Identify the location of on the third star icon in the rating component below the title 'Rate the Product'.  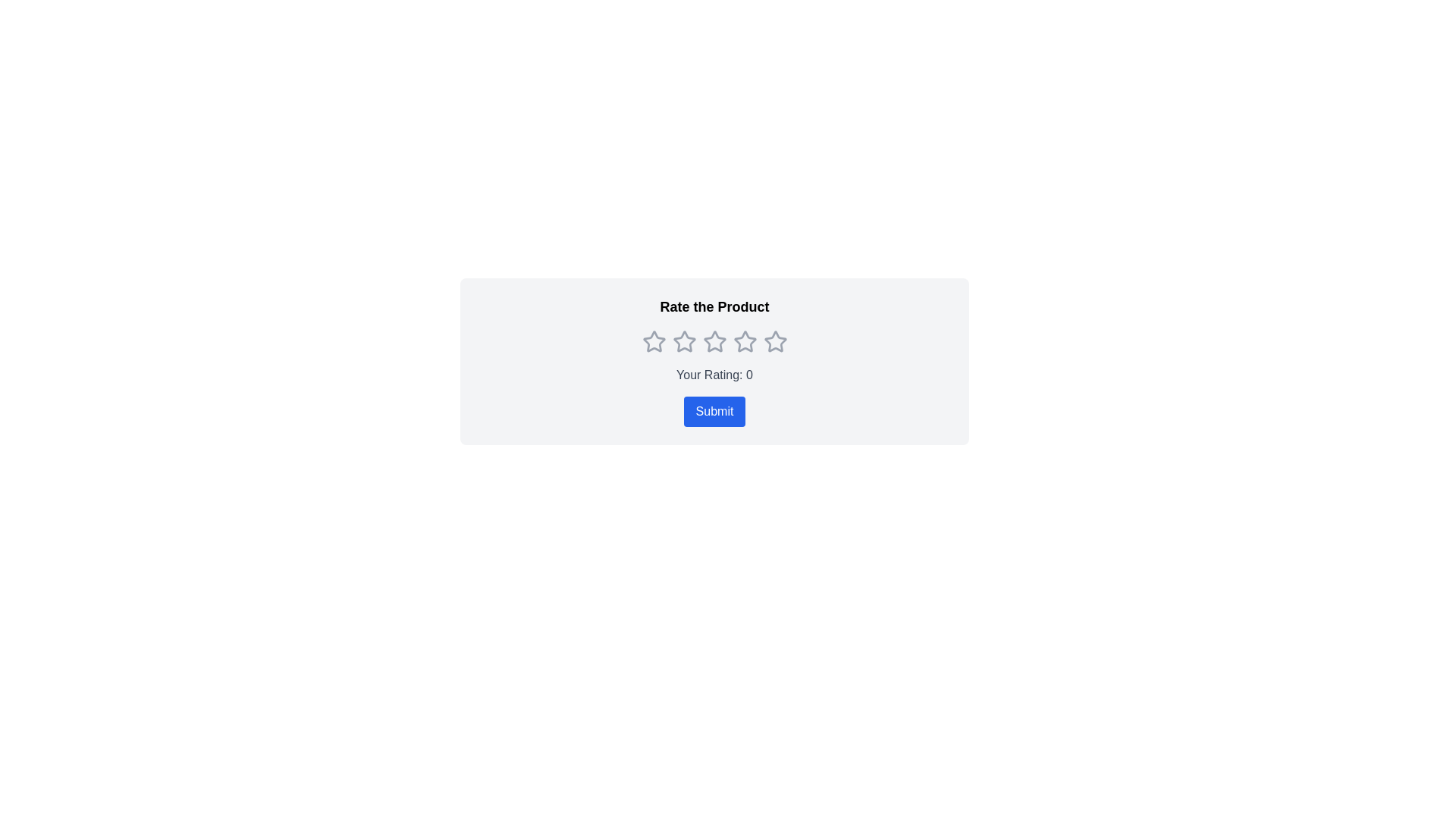
(745, 341).